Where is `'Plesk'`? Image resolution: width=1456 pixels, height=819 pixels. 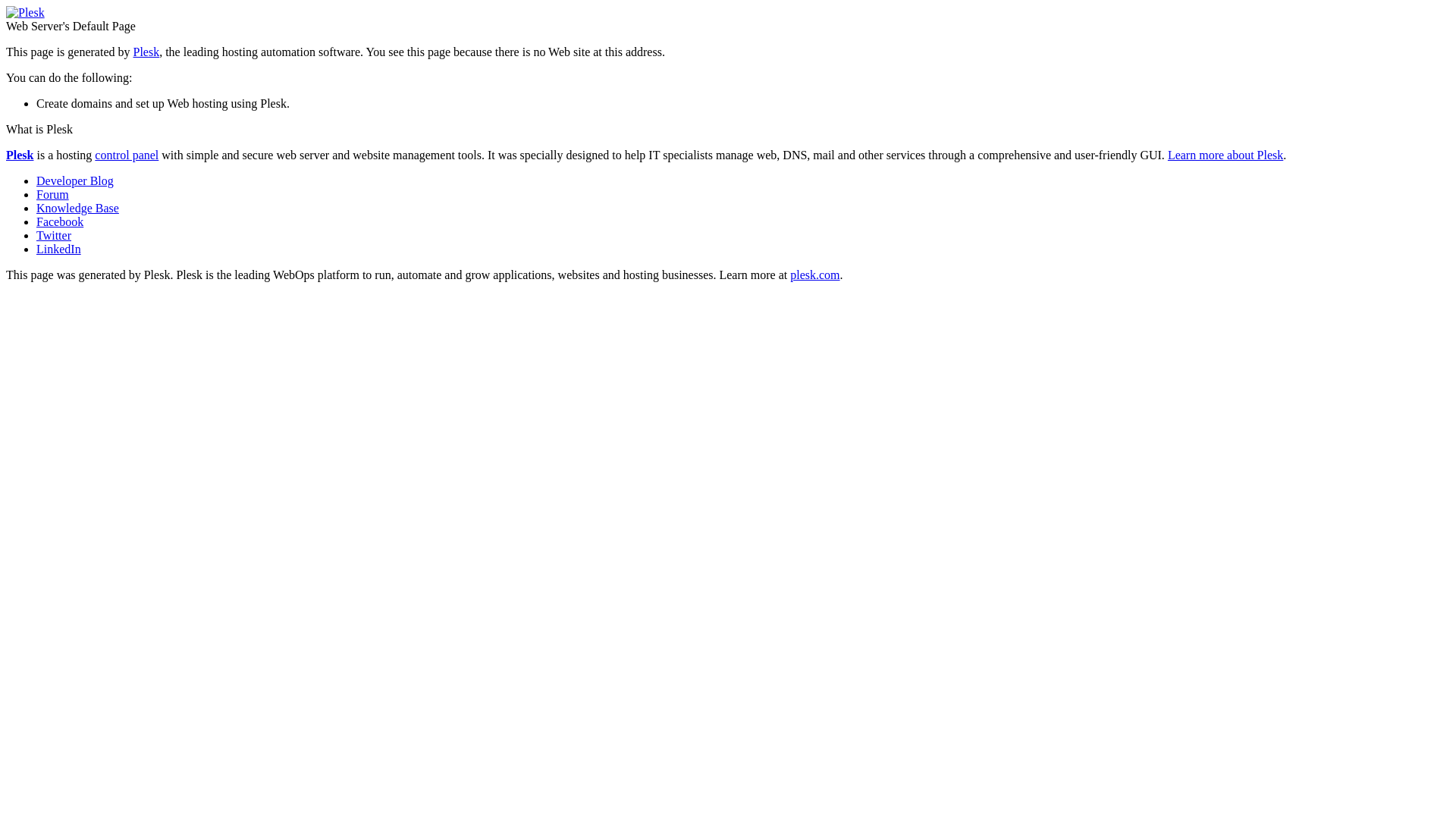 'Plesk' is located at coordinates (146, 51).